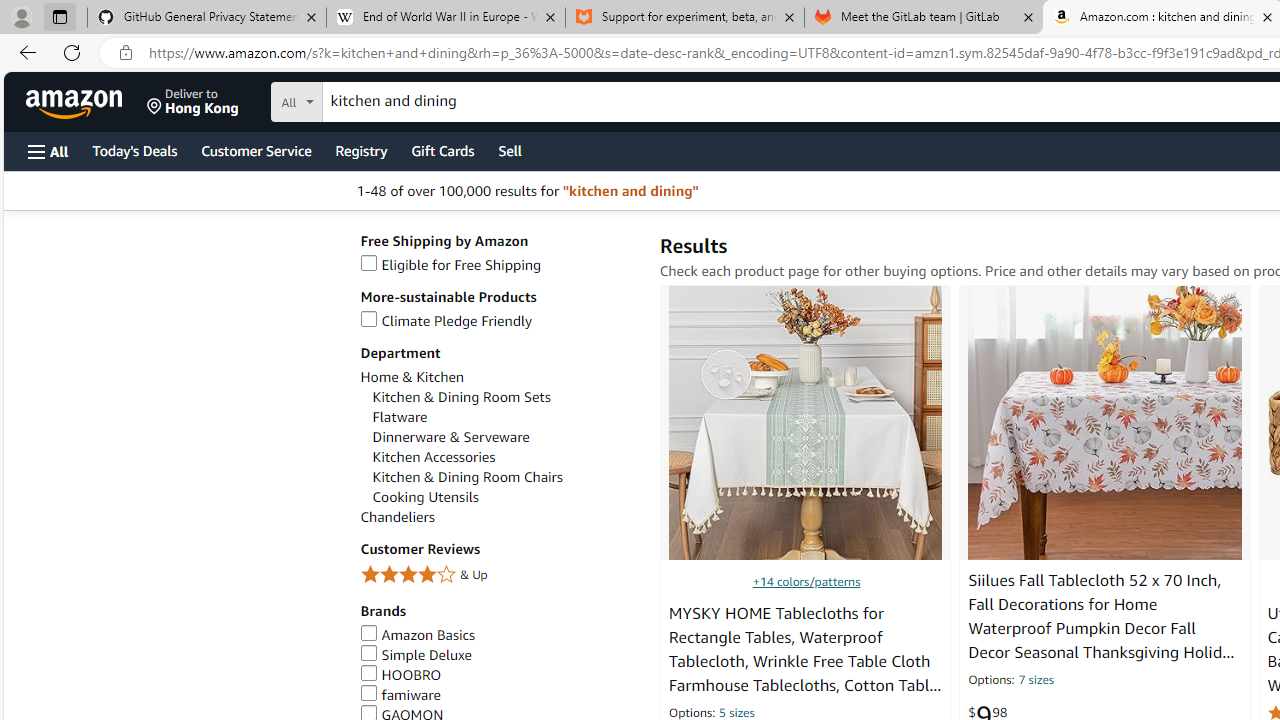 The width and height of the screenshot is (1280, 720). What do you see at coordinates (424, 496) in the screenshot?
I see `'Cooking Utensils'` at bounding box center [424, 496].